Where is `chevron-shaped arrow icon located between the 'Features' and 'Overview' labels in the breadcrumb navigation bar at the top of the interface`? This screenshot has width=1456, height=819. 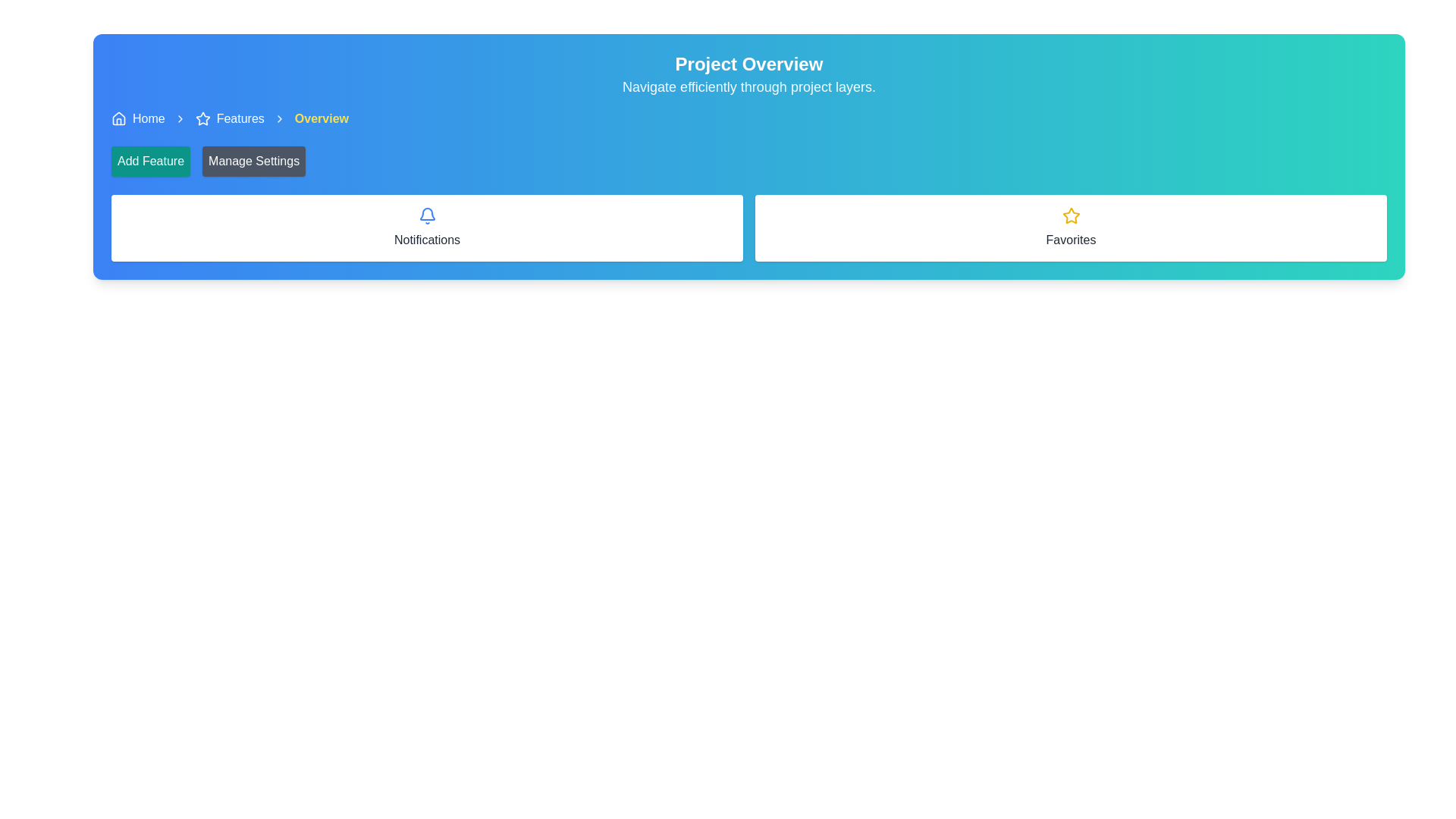 chevron-shaped arrow icon located between the 'Features' and 'Overview' labels in the breadcrumb navigation bar at the top of the interface is located at coordinates (279, 118).